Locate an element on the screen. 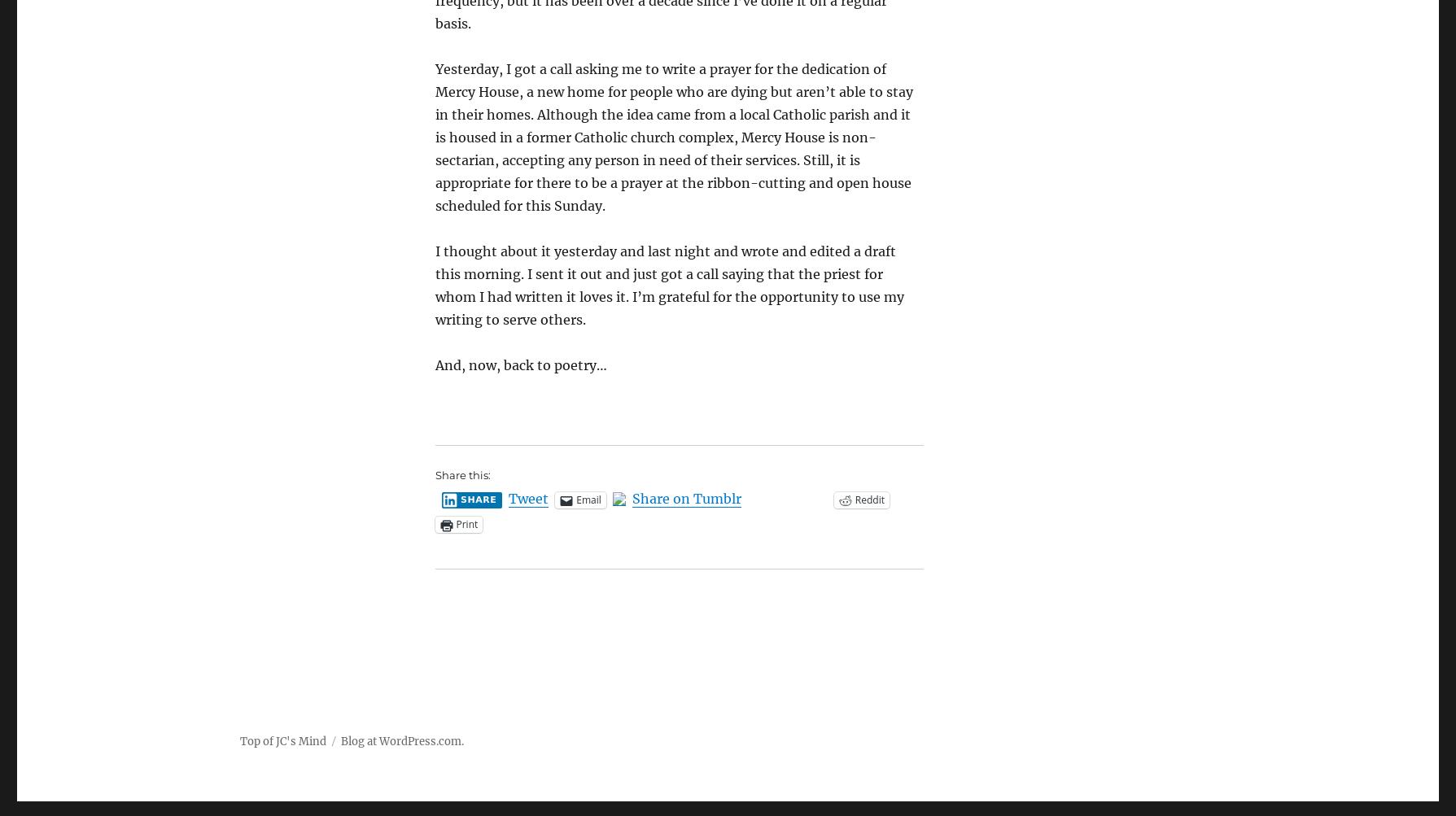 This screenshot has height=816, width=1456. 'I thought about it yesterday and last night and wrote and edited a draft this morning. I sent it out and just got a call saying that the priest for whom I had written it loves it. I’m grateful for the opportunity to use my writing to serve others.' is located at coordinates (669, 284).